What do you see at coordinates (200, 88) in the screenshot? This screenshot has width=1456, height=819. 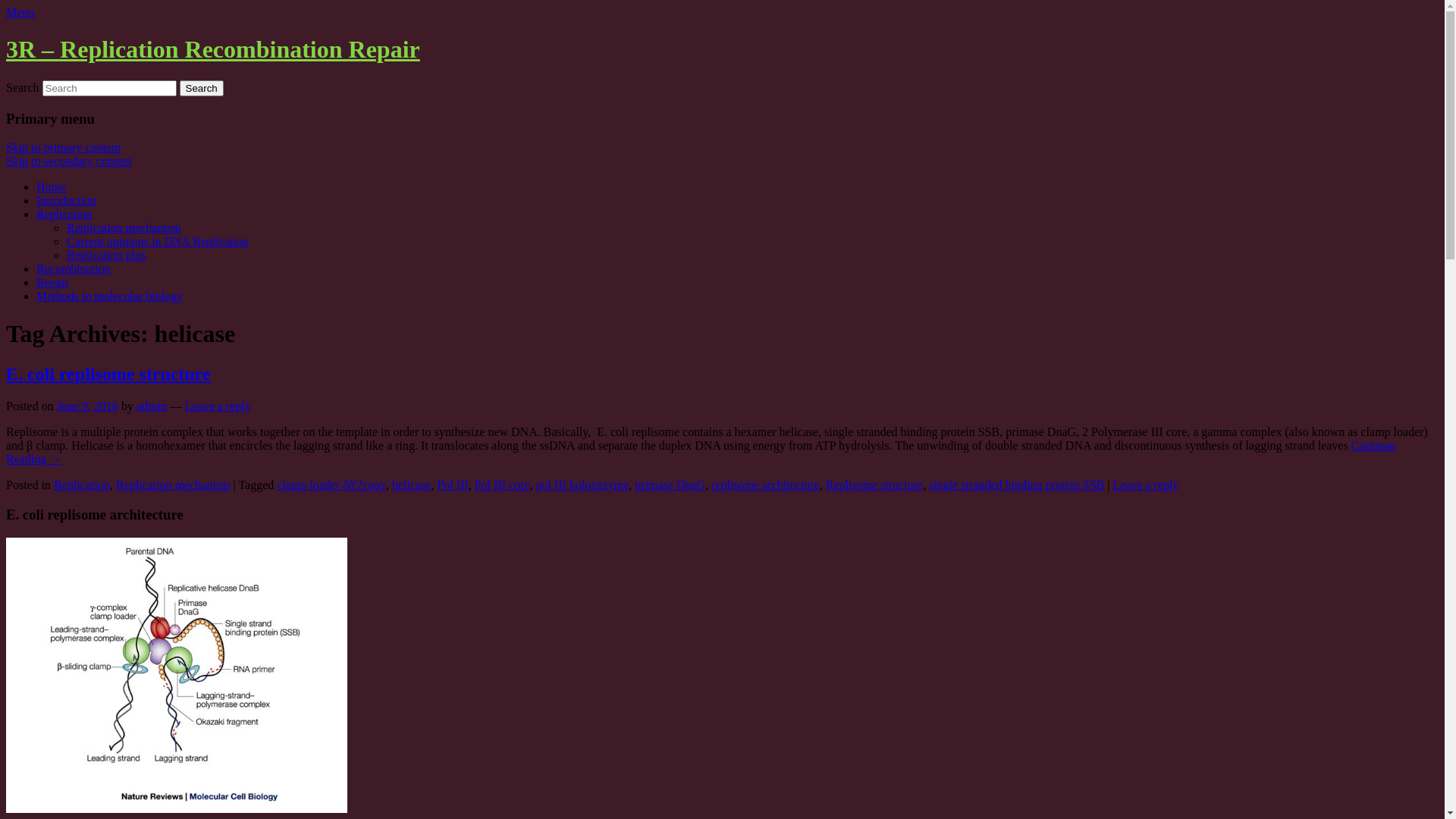 I see `'Search'` at bounding box center [200, 88].